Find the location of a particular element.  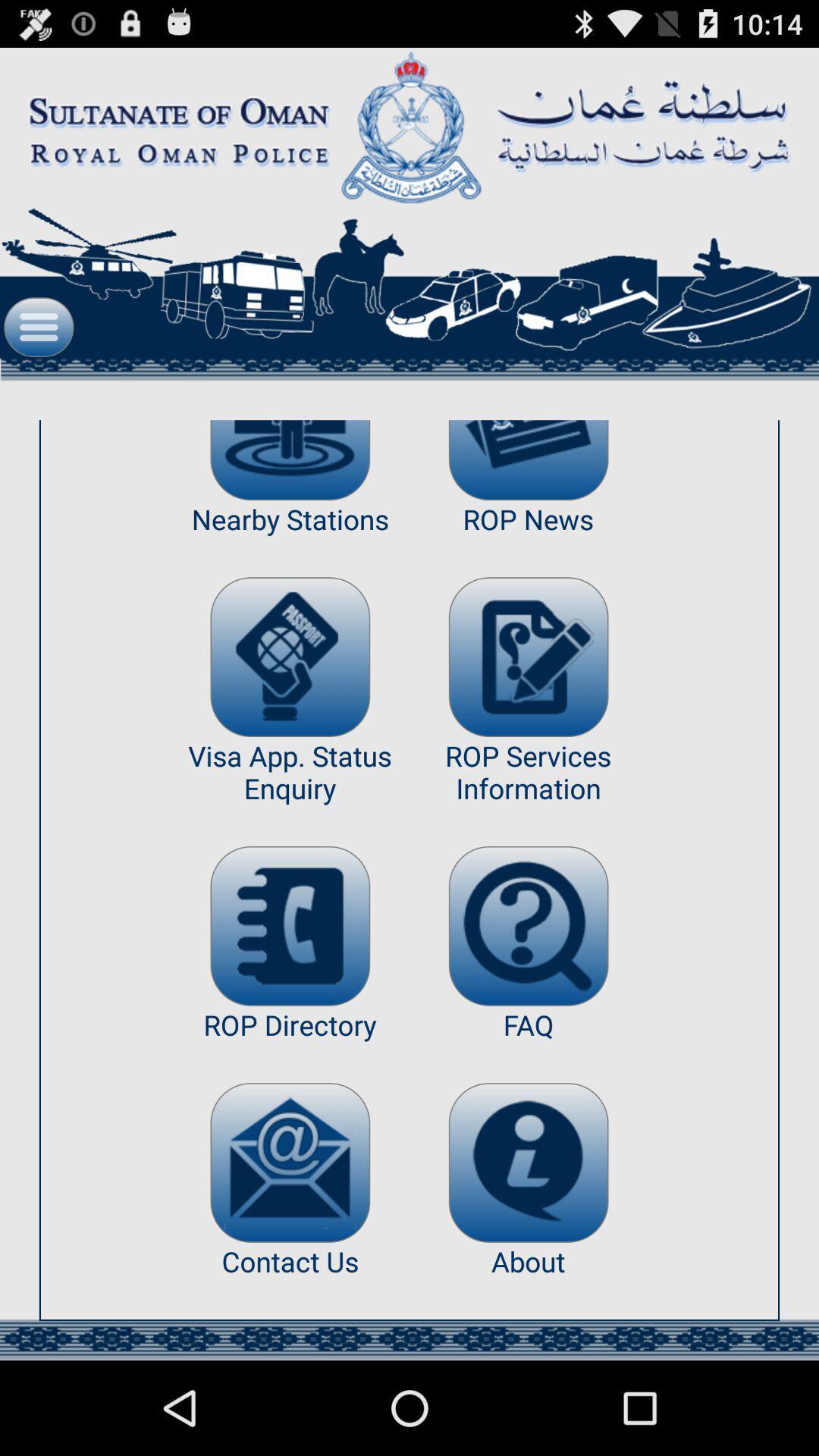

the visibility icon is located at coordinates (290, 492).